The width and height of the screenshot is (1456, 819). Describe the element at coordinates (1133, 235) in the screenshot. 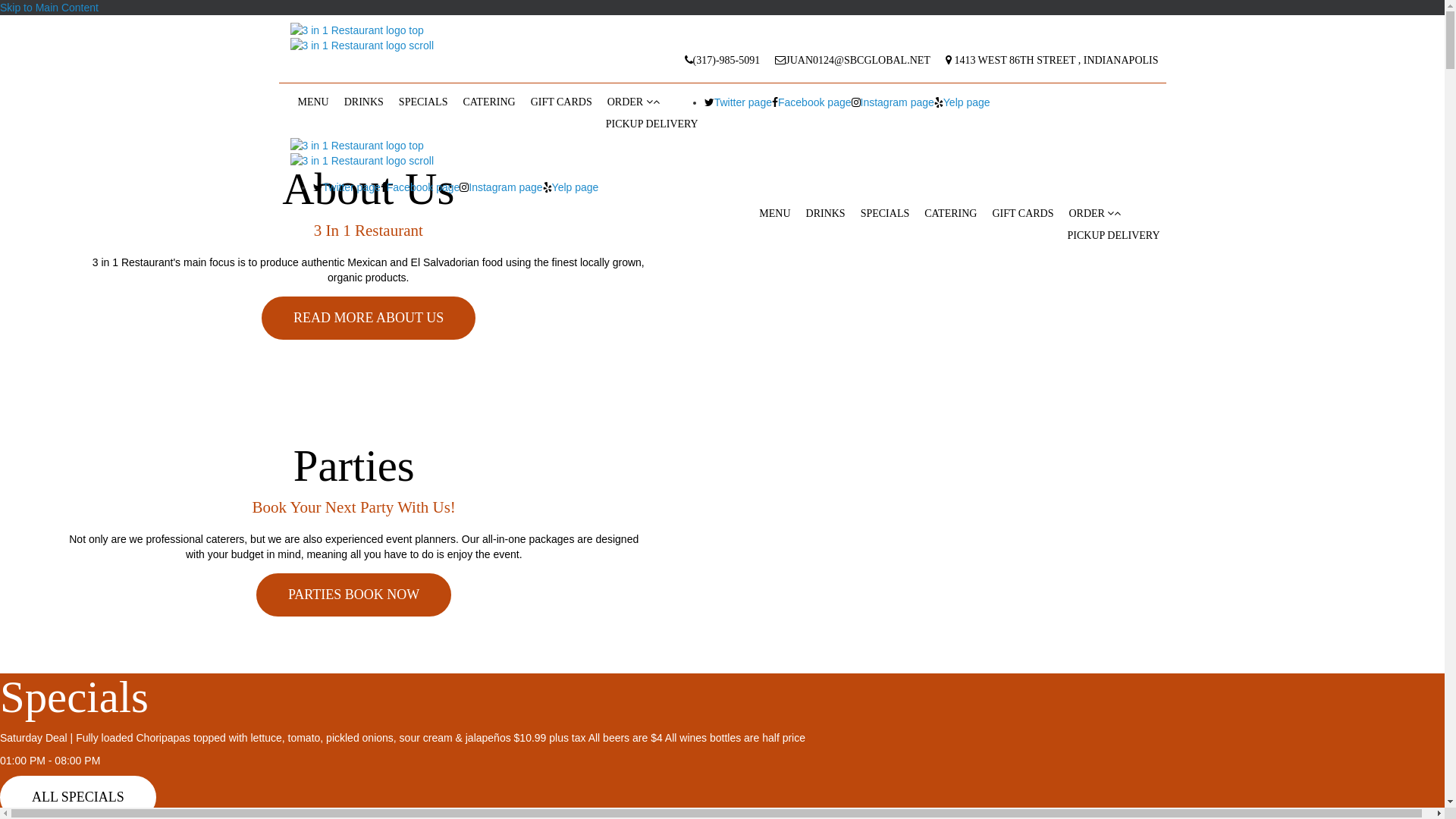

I see `'DELIVERY'` at that location.